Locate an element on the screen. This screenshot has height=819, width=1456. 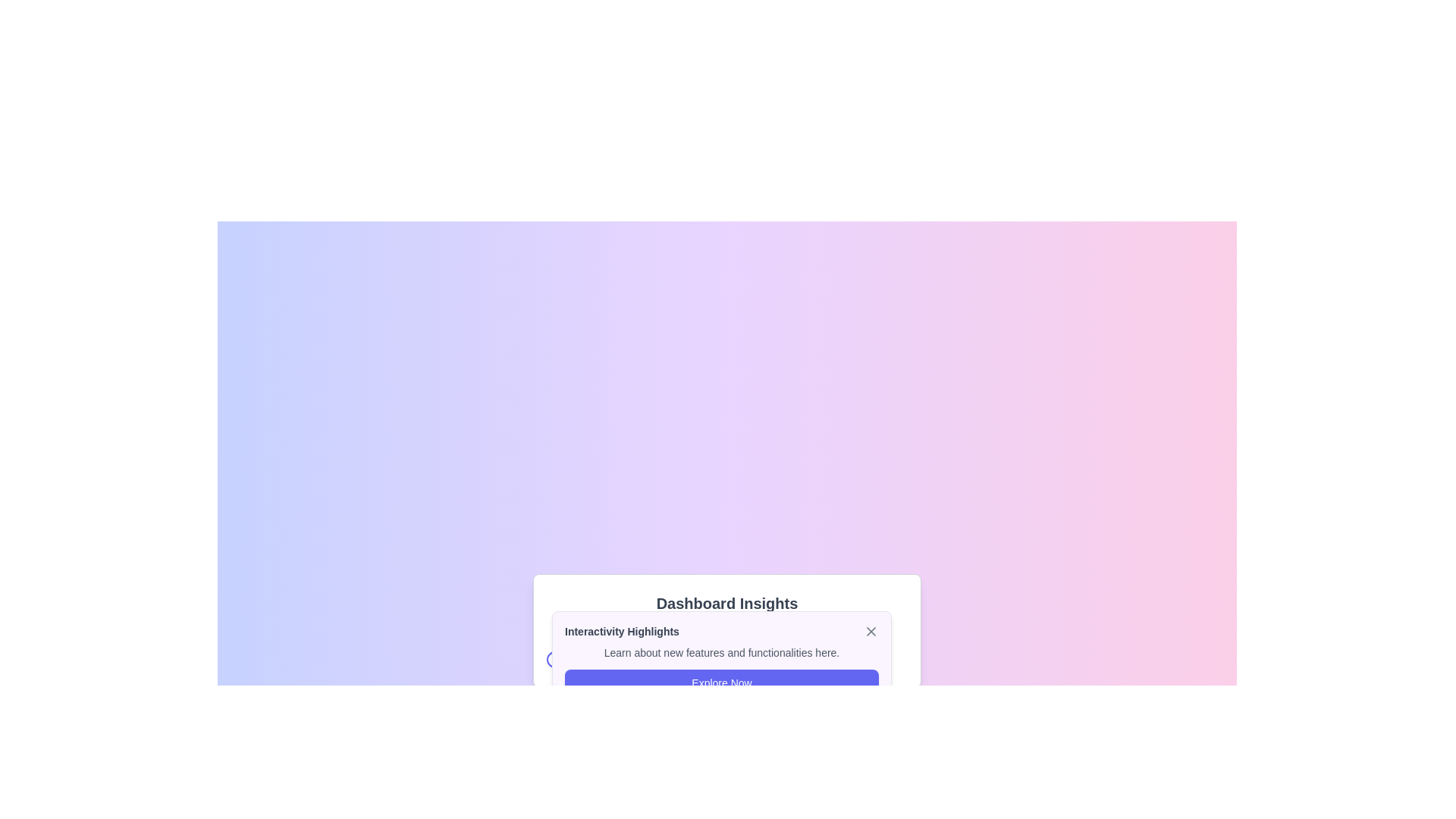
the descriptive Text label positioned below the title 'Interactivity Highlights', which is located to the right of a small blue circular icon is located at coordinates (605, 659).